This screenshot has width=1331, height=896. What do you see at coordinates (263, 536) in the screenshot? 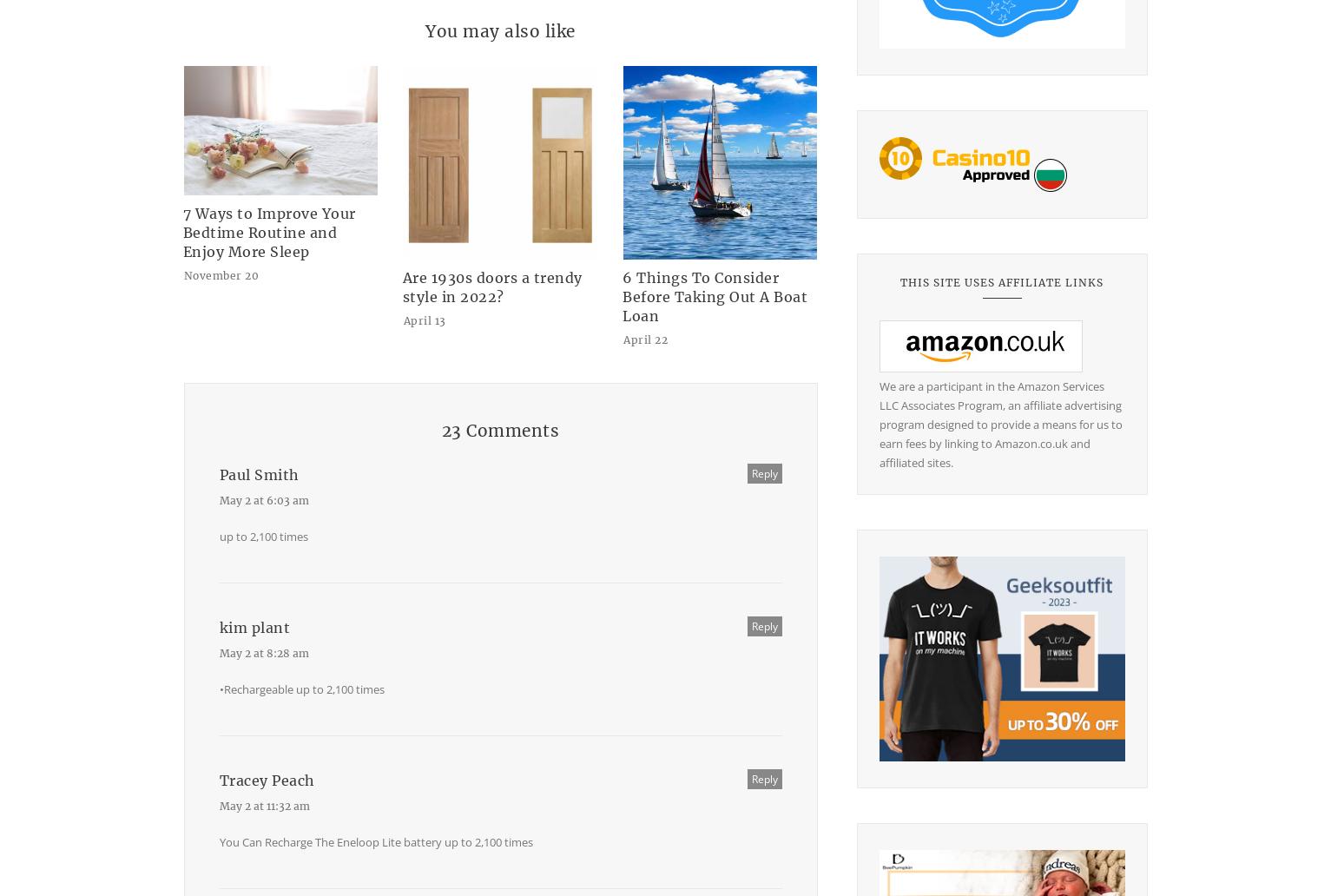
I see `'up to 2,100 times'` at bounding box center [263, 536].